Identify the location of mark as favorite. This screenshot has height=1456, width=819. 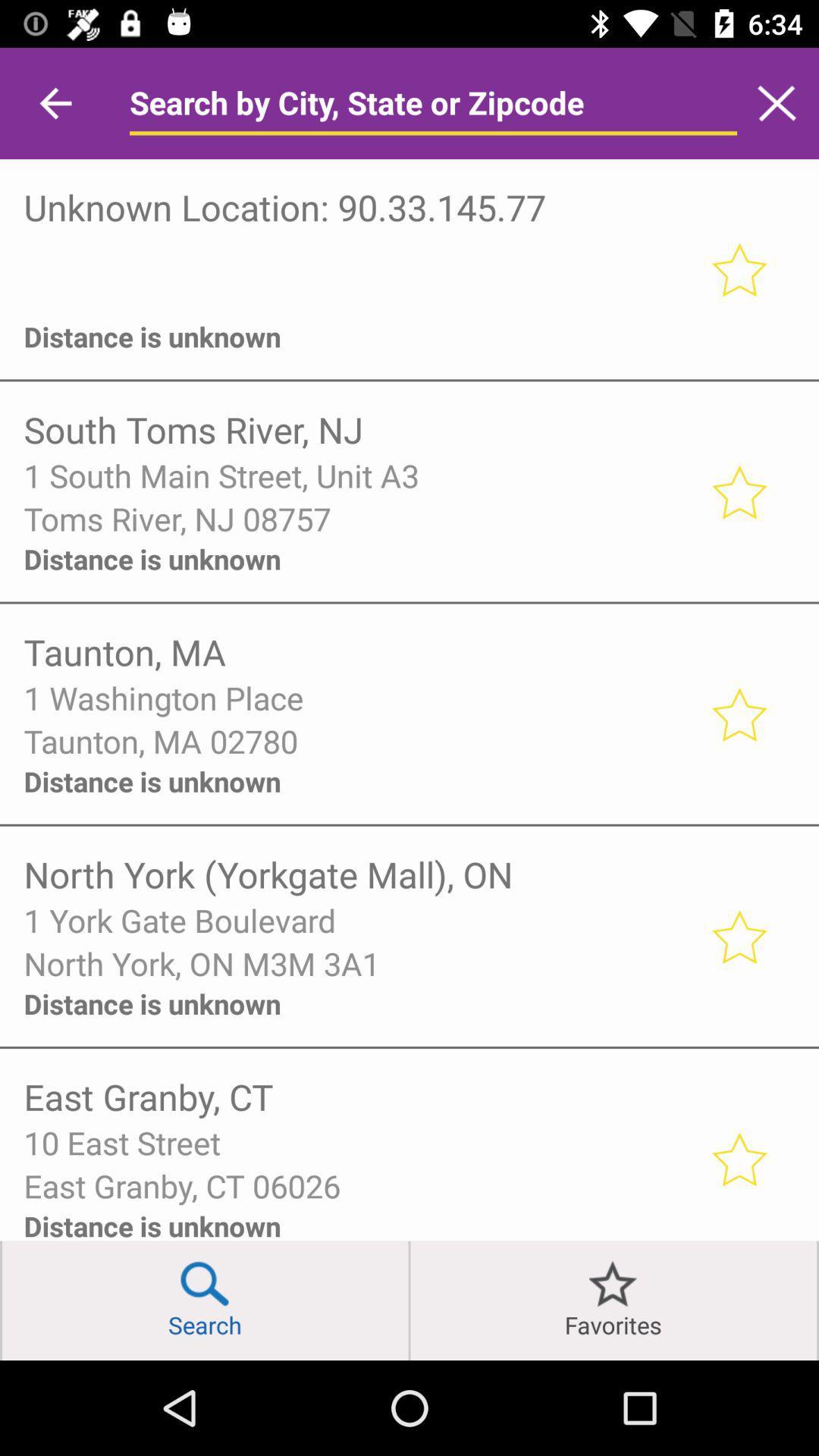
(738, 935).